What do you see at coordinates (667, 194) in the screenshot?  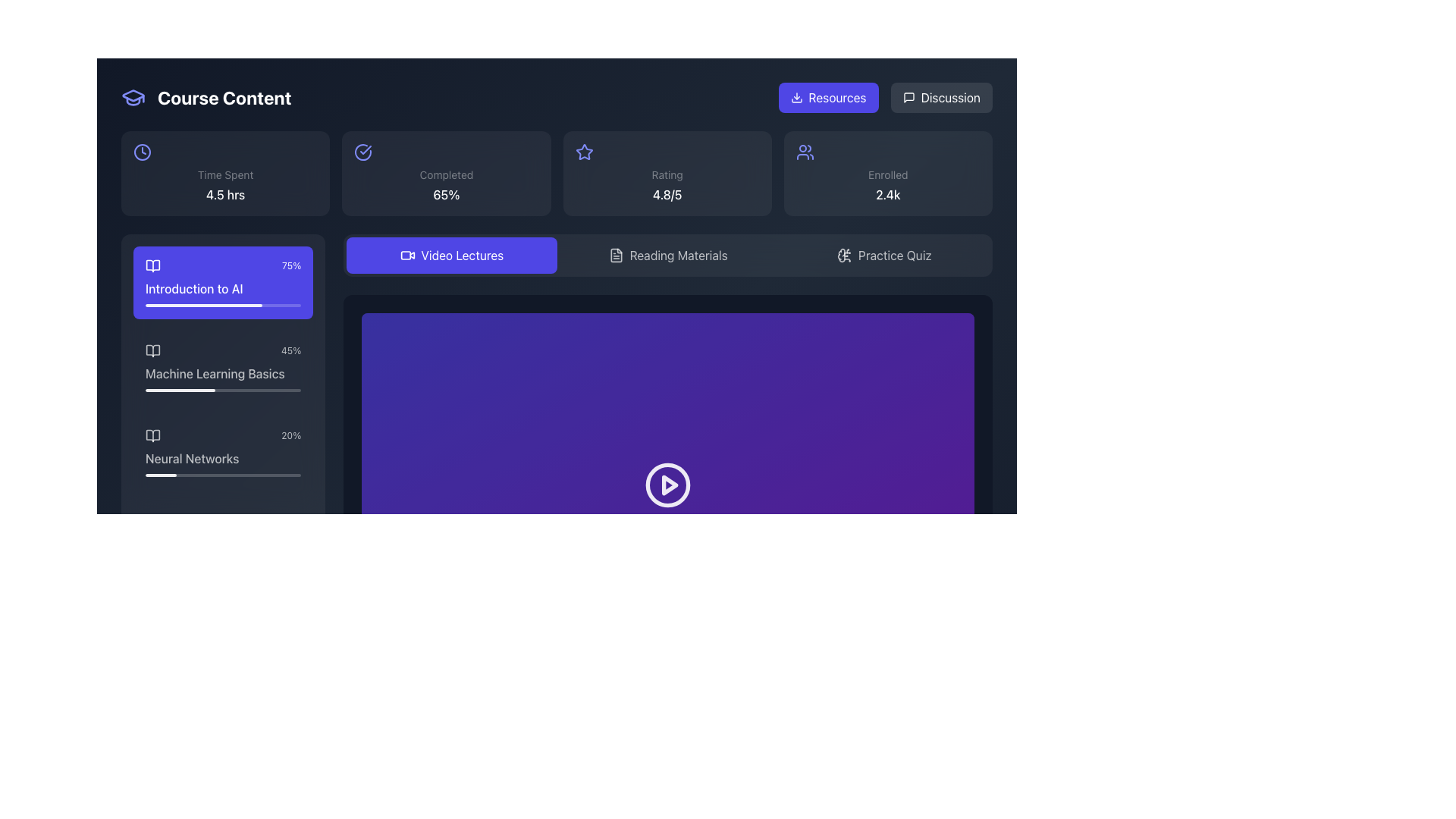 I see `the static textual label displaying the rating value, located in the 'Rating' box at the top center of the interface` at bounding box center [667, 194].